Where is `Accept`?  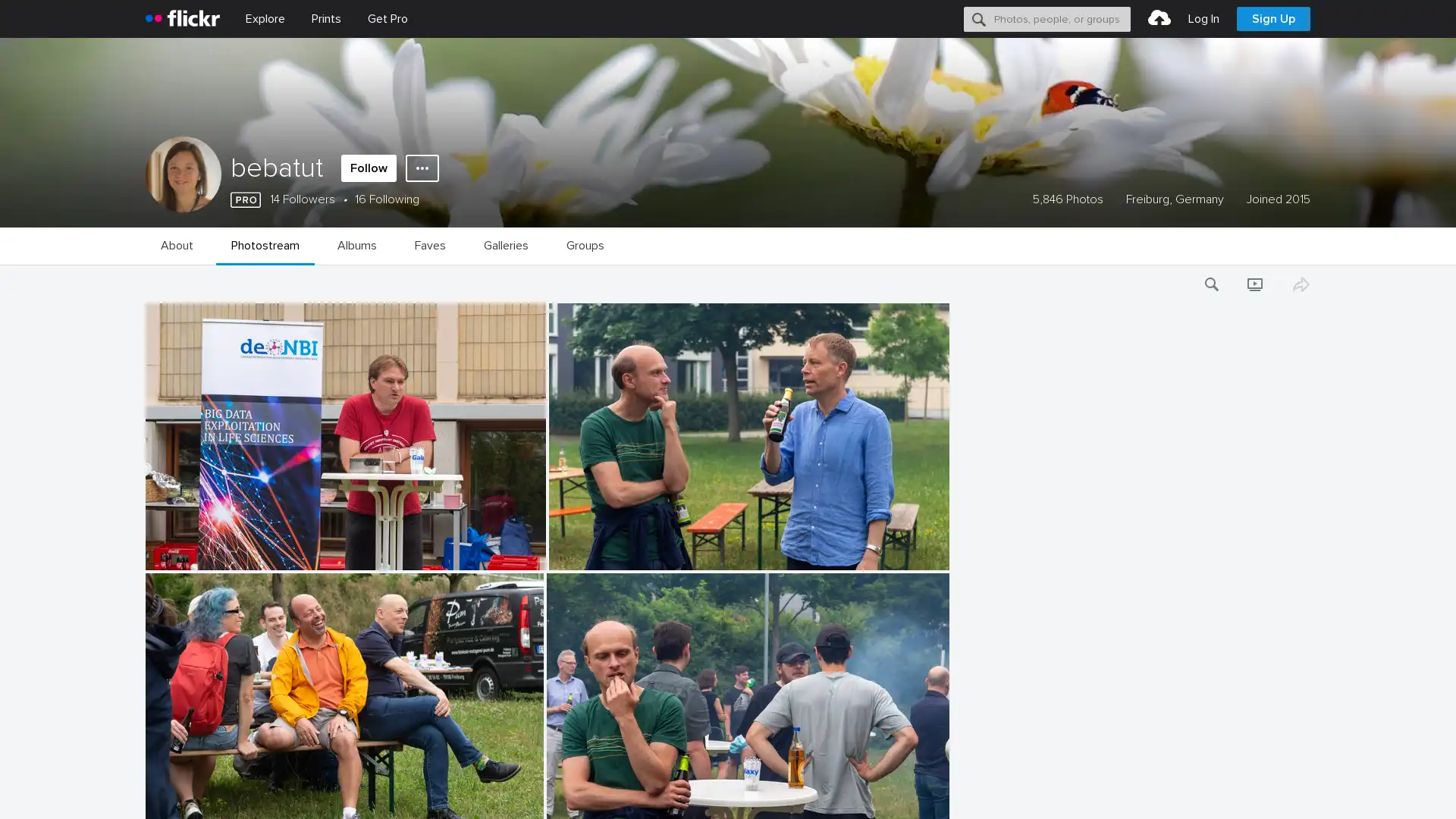 Accept is located at coordinates (1156, 789).